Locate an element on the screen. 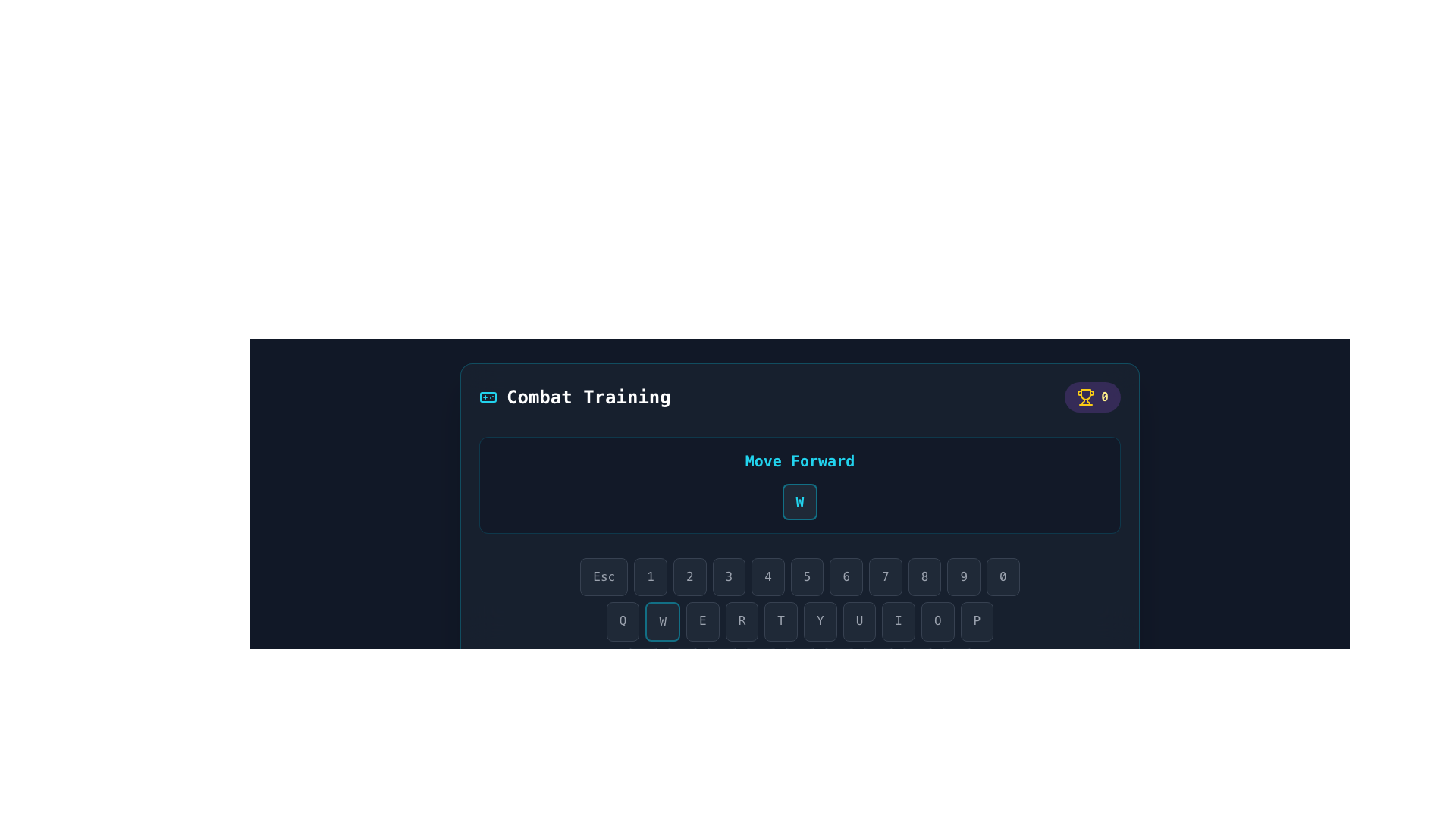 This screenshot has width=1456, height=819. the button labeled '4', which is the fifth button in a row of numeric keys is located at coordinates (767, 576).